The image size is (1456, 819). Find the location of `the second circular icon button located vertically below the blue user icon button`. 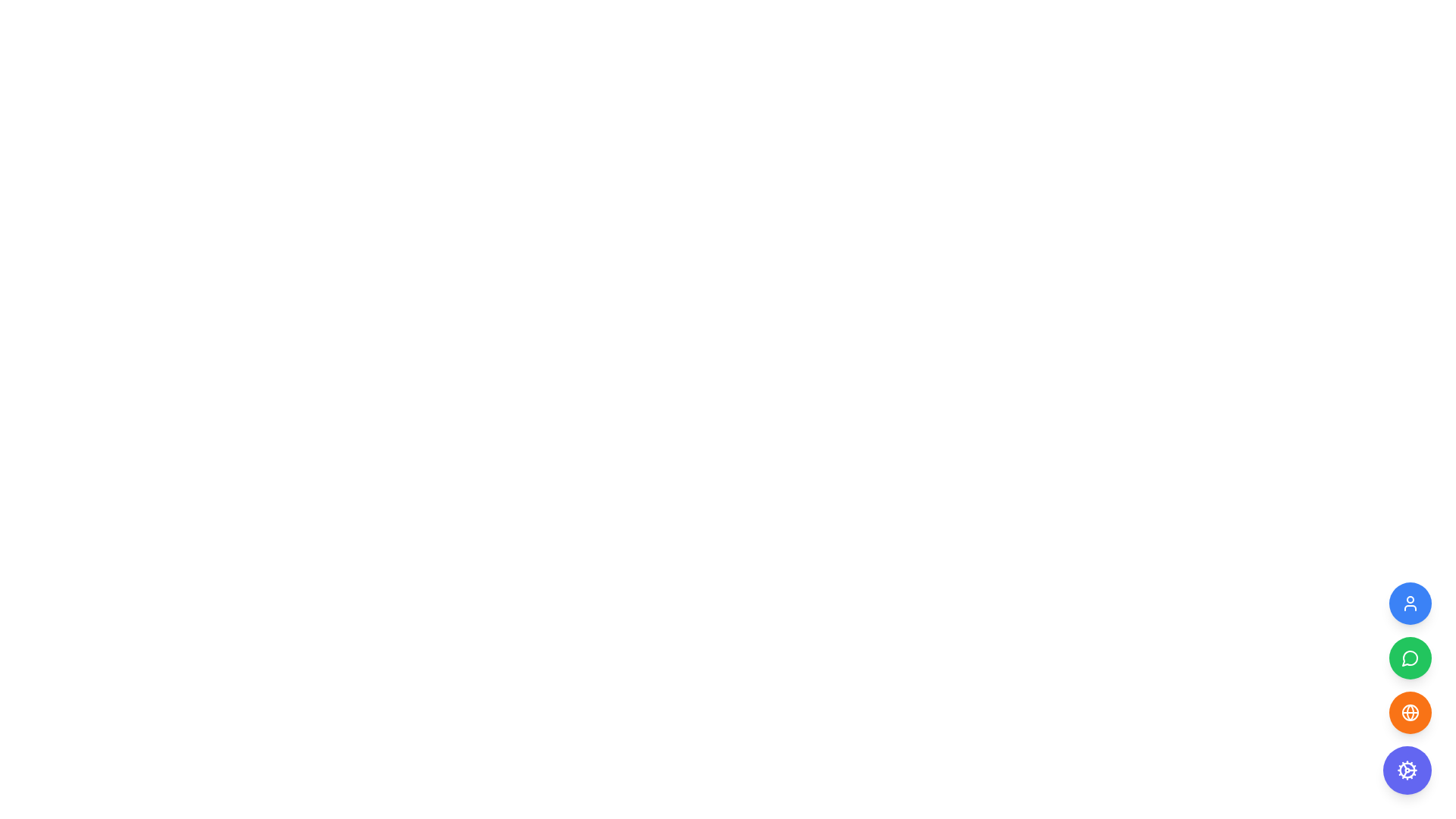

the second circular icon button located vertically below the blue user icon button is located at coordinates (1410, 657).